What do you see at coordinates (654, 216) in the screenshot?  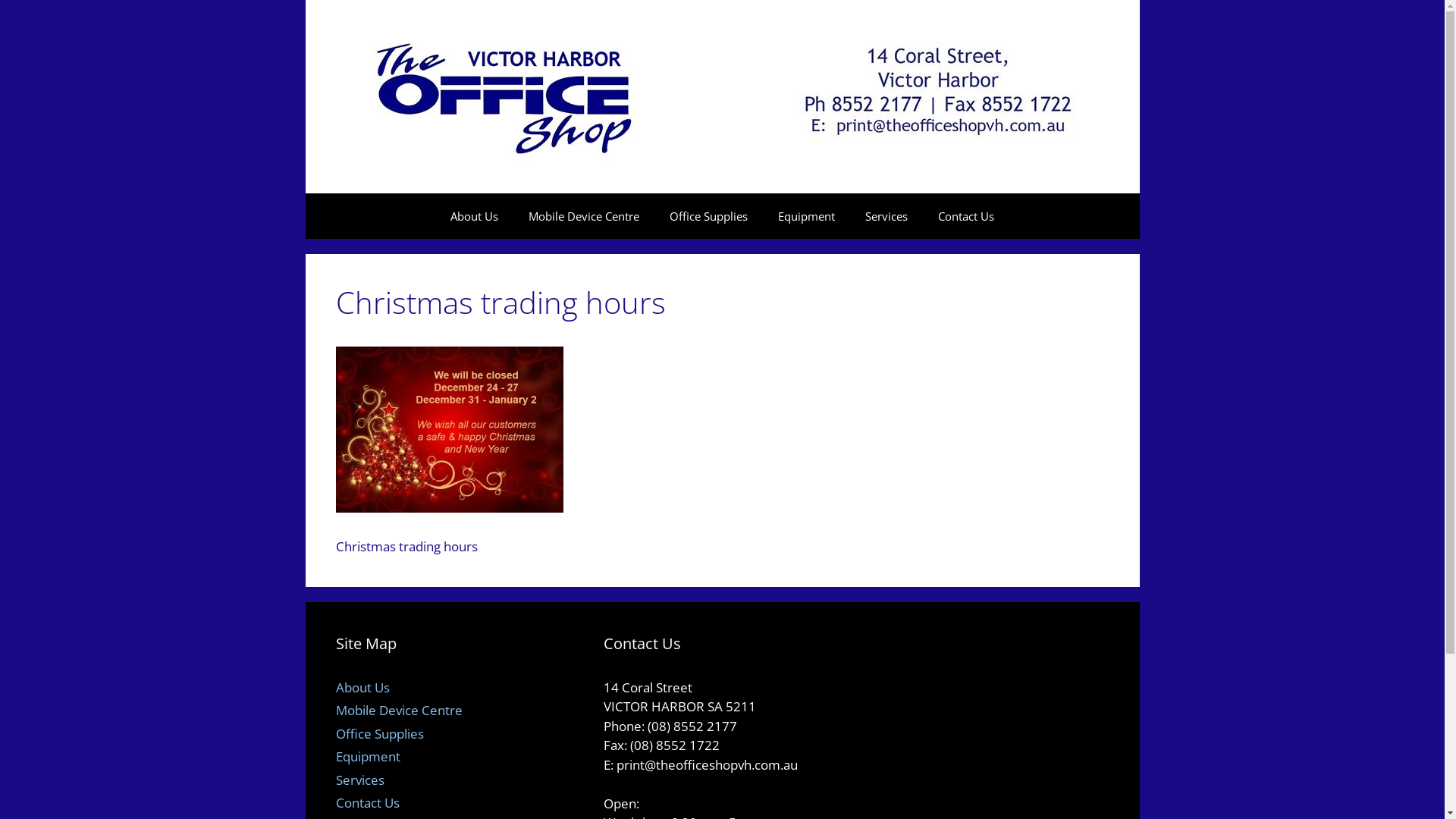 I see `'Office Supplies'` at bounding box center [654, 216].